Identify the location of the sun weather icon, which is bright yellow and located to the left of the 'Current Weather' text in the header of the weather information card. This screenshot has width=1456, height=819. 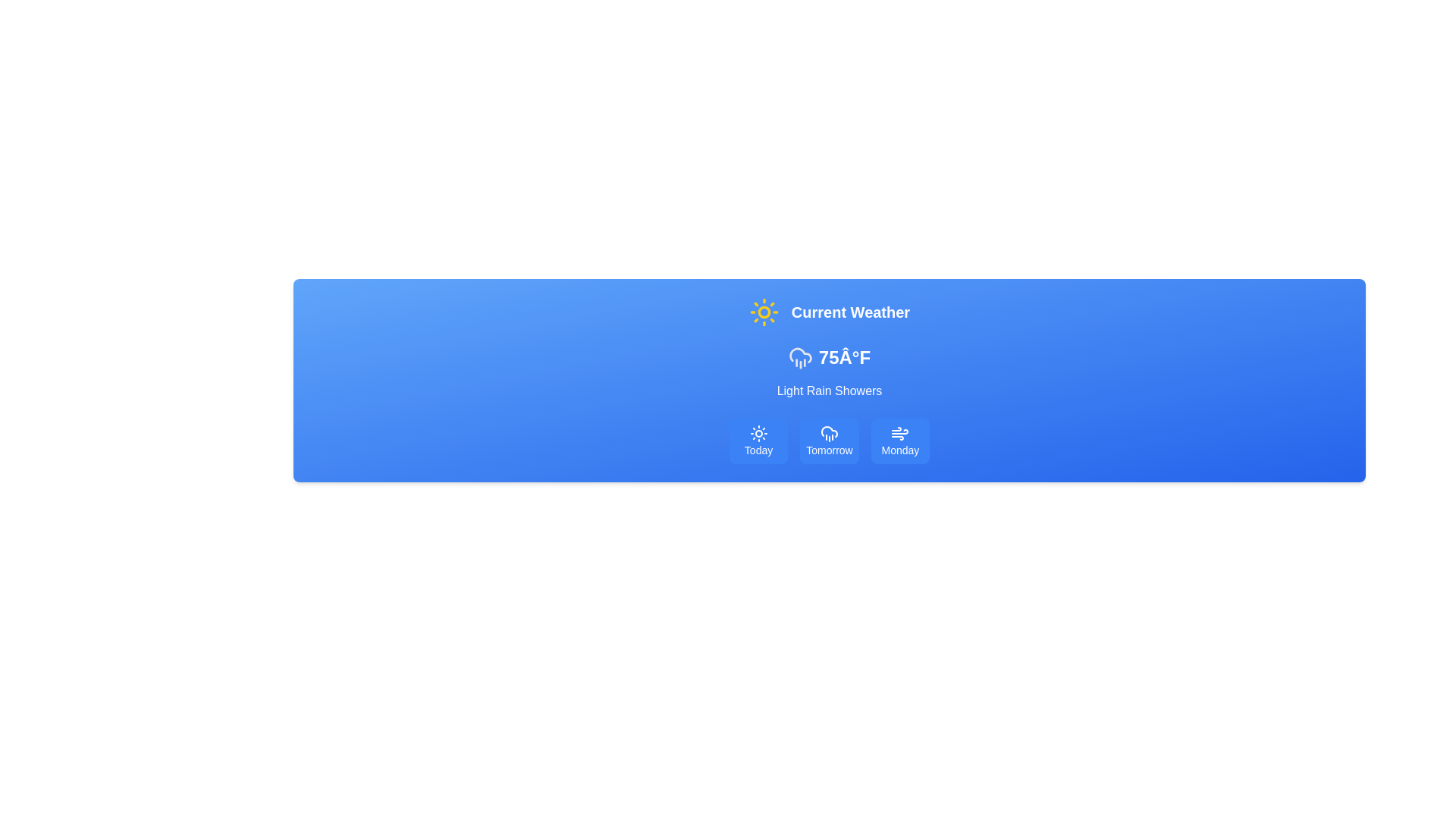
(764, 312).